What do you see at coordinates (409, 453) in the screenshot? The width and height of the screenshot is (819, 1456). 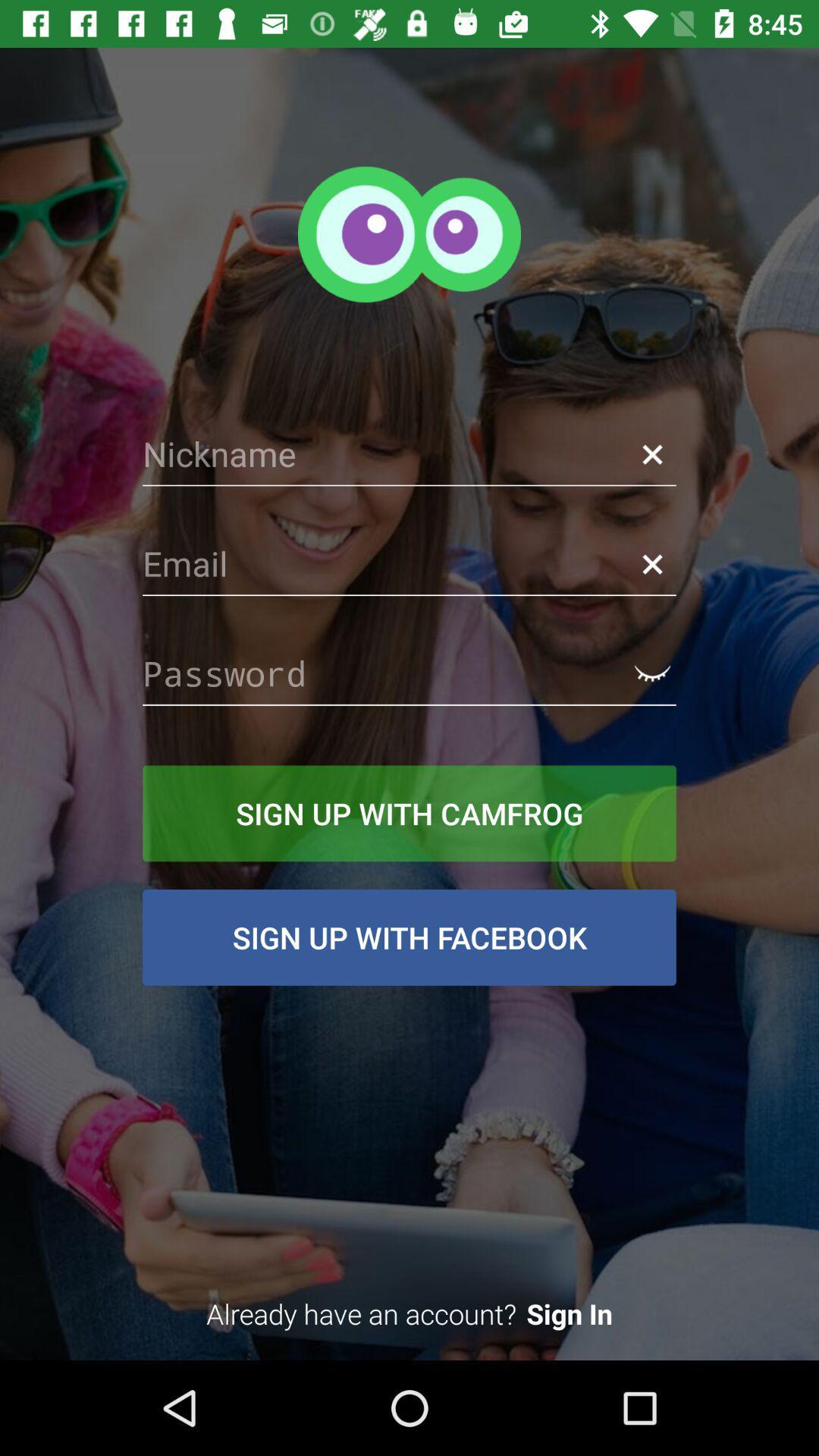 I see `nickname` at bounding box center [409, 453].